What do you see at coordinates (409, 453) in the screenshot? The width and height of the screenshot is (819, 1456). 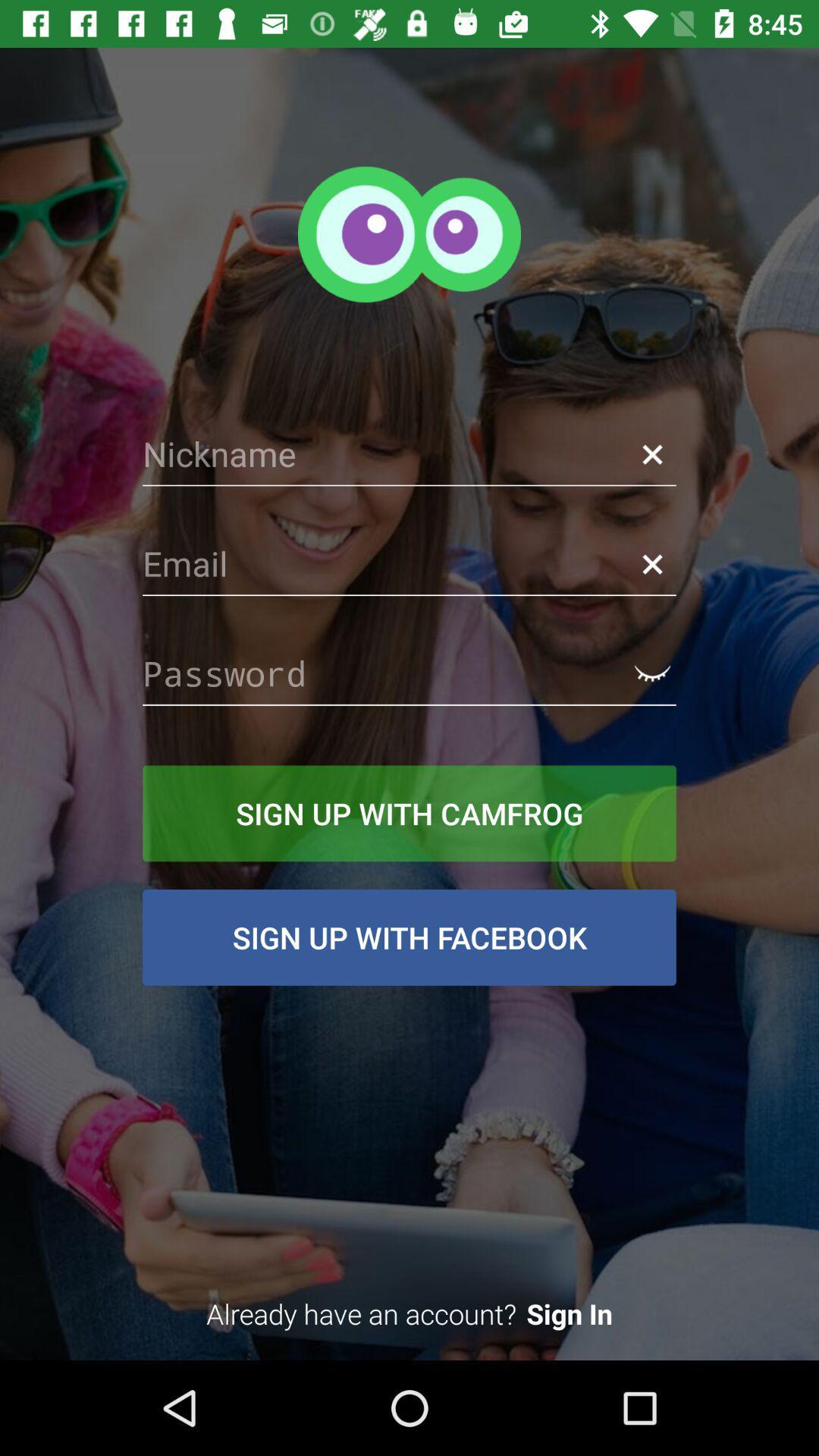 I see `nickname` at bounding box center [409, 453].